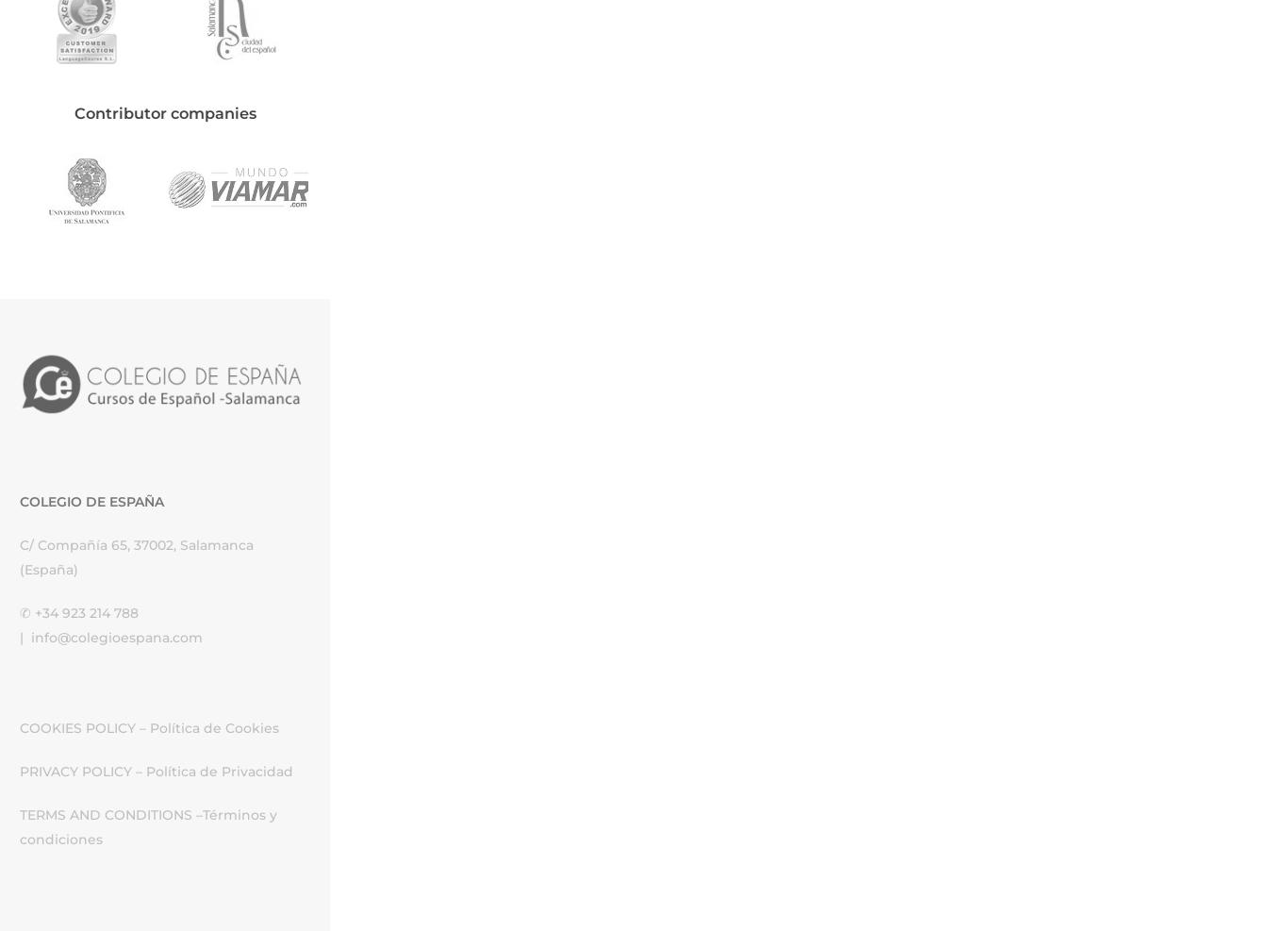  What do you see at coordinates (163, 113) in the screenshot?
I see `'Contributor companies'` at bounding box center [163, 113].